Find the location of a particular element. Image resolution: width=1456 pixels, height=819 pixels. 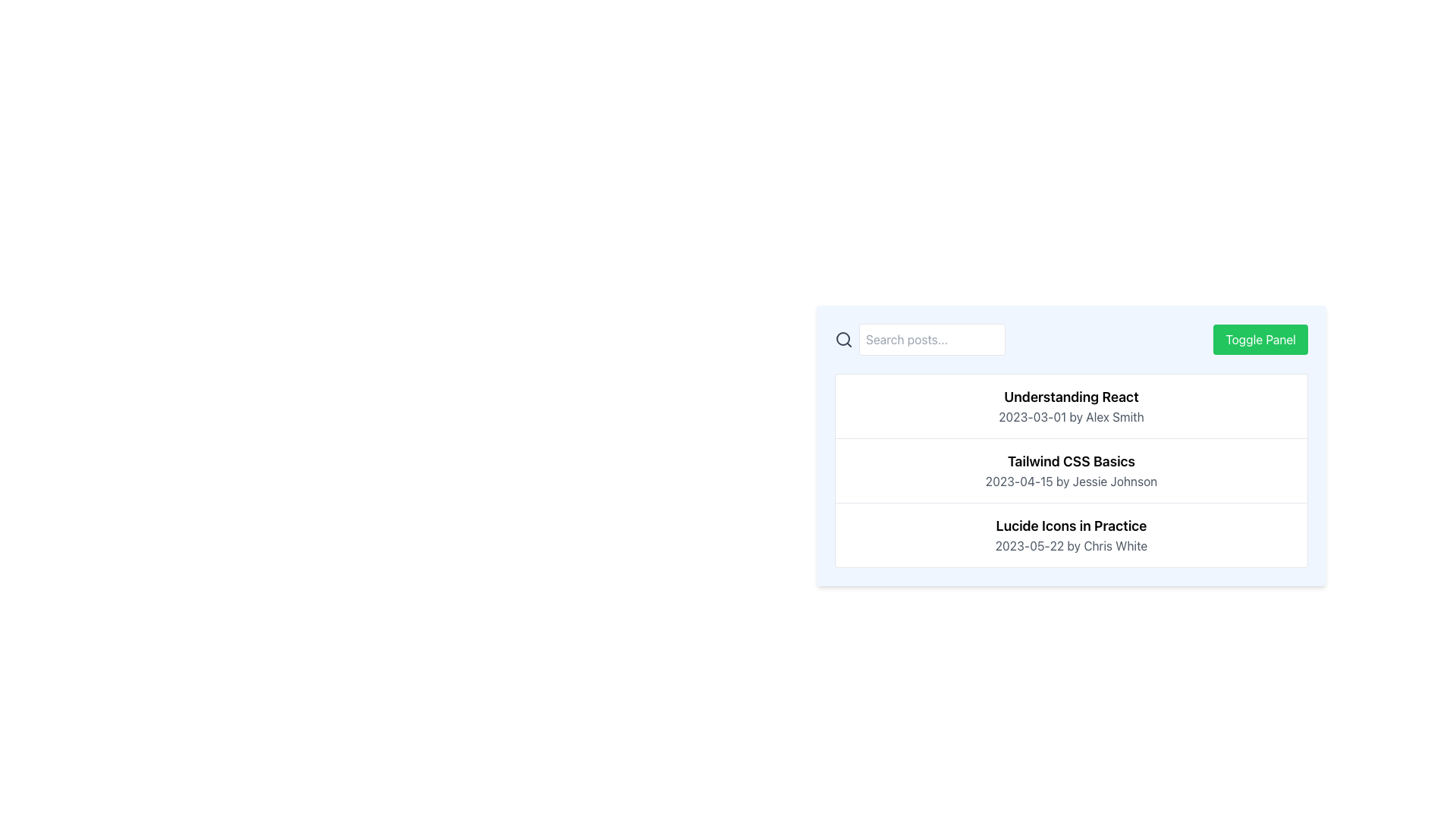

the Text Block that previews the article titled 'Tailwind CSS Basics', which is the second item in a vertical list of articles is located at coordinates (1070, 469).